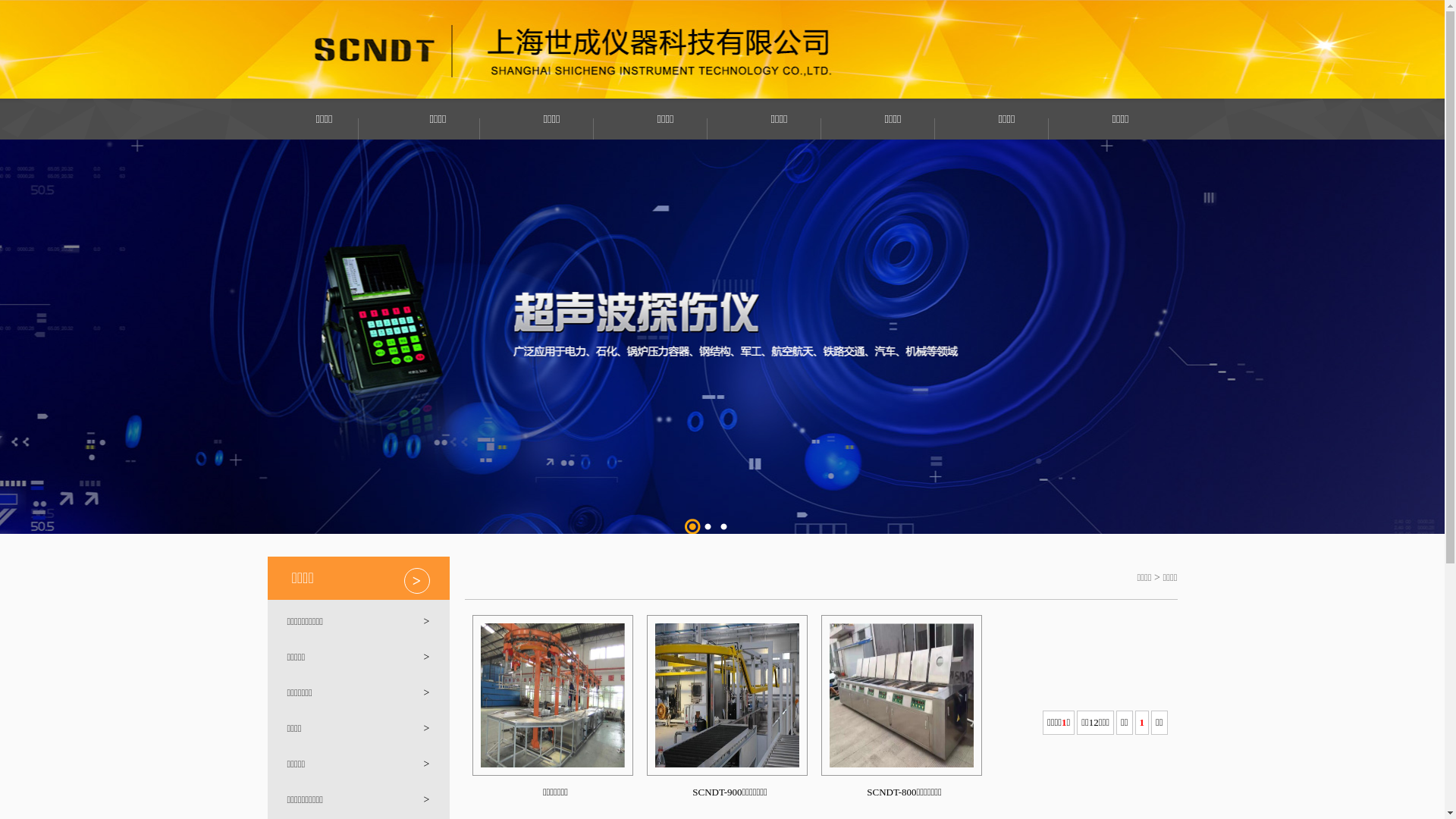 The image size is (1456, 819). Describe the element at coordinates (691, 526) in the screenshot. I see `'1'` at that location.